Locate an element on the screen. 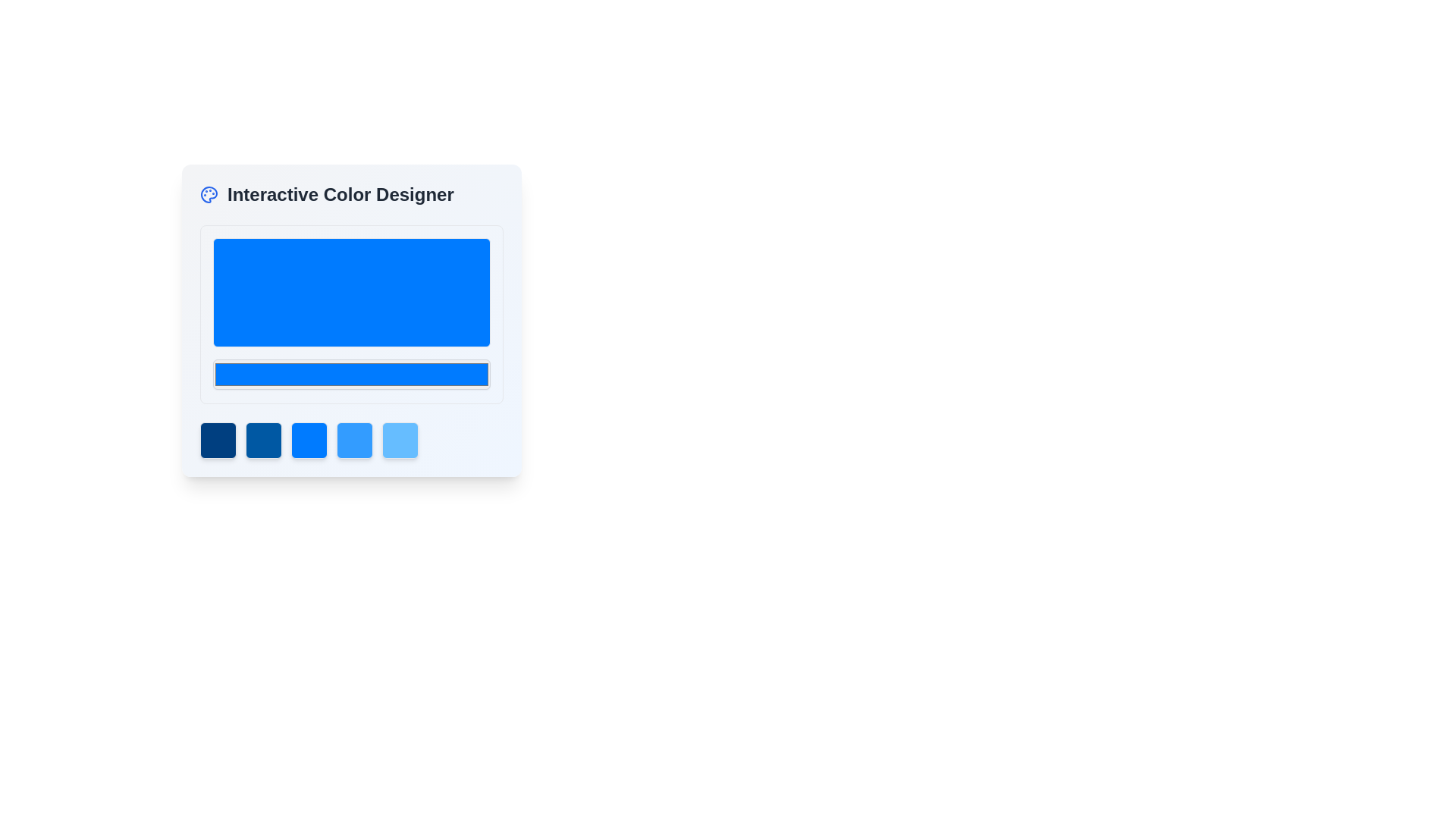 Image resolution: width=1456 pixels, height=819 pixels. the first dark blue square button in the Interactive Color Designer interface is located at coordinates (218, 441).